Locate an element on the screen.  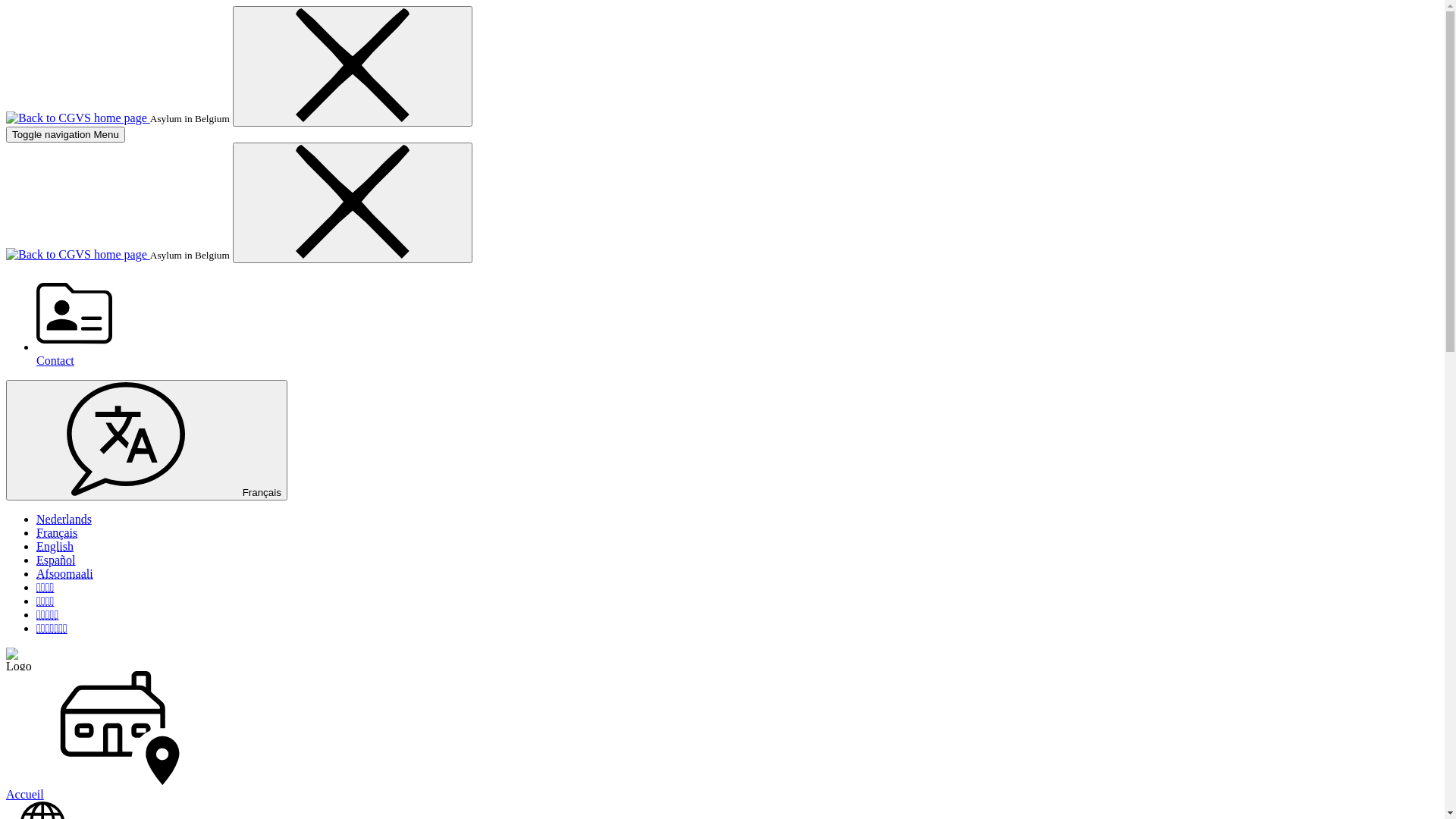
'Nederlands' is located at coordinates (63, 518).